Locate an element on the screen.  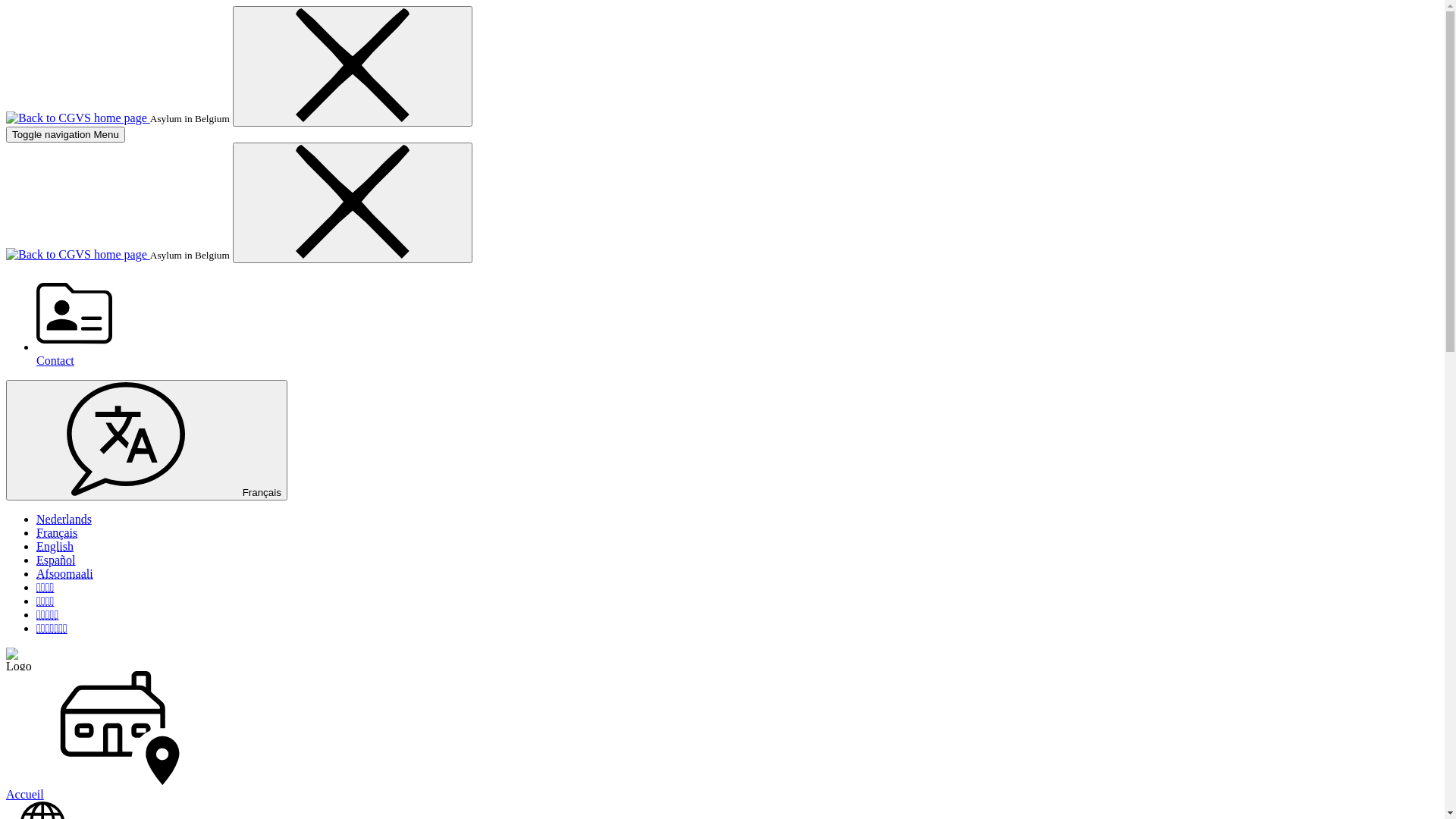
'Nederlands' is located at coordinates (63, 518).